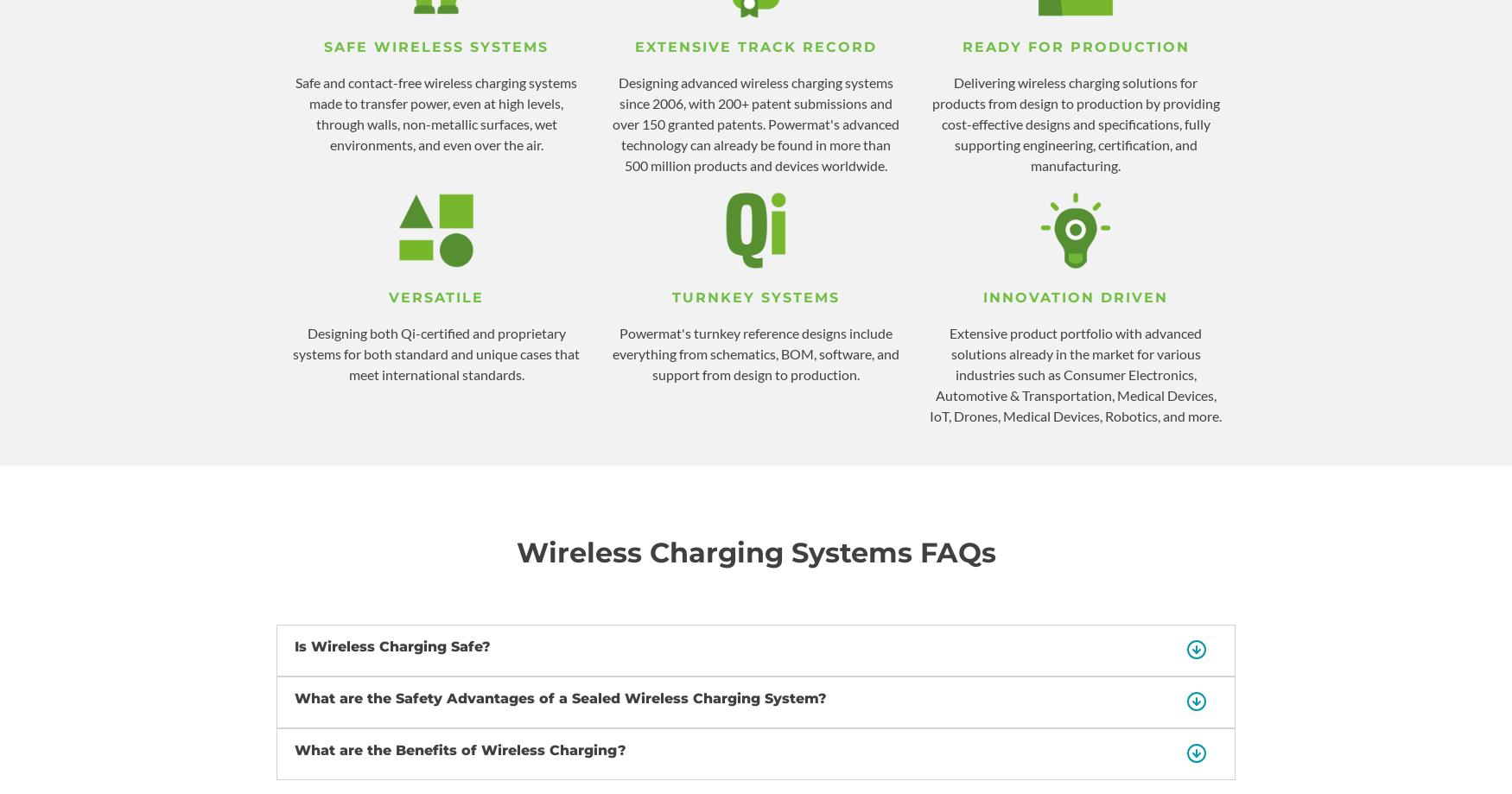  Describe the element at coordinates (392, 646) in the screenshot. I see `'Is Wireless Charging Safe?'` at that location.